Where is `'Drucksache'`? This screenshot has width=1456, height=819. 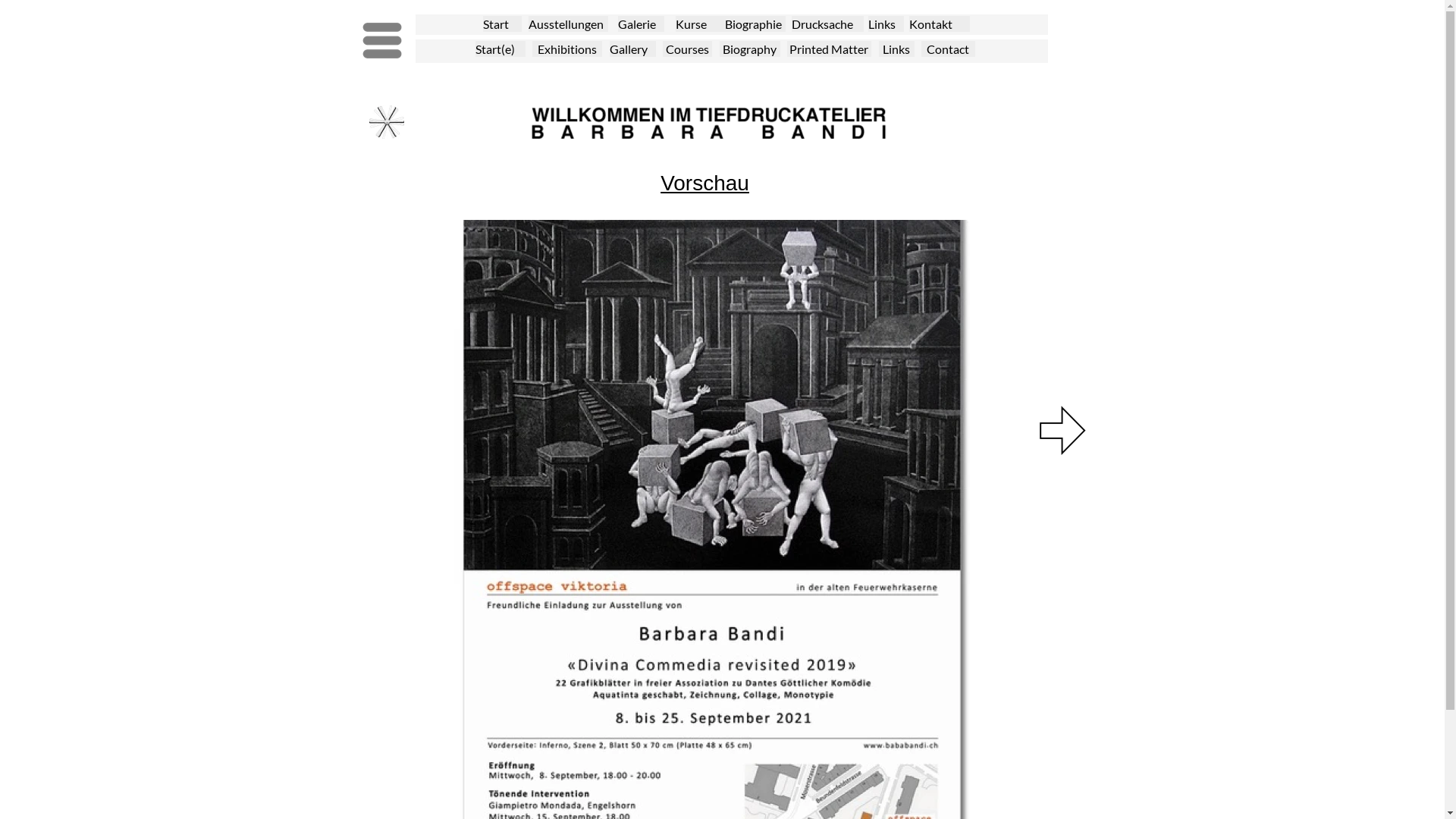 'Drucksache' is located at coordinates (827, 24).